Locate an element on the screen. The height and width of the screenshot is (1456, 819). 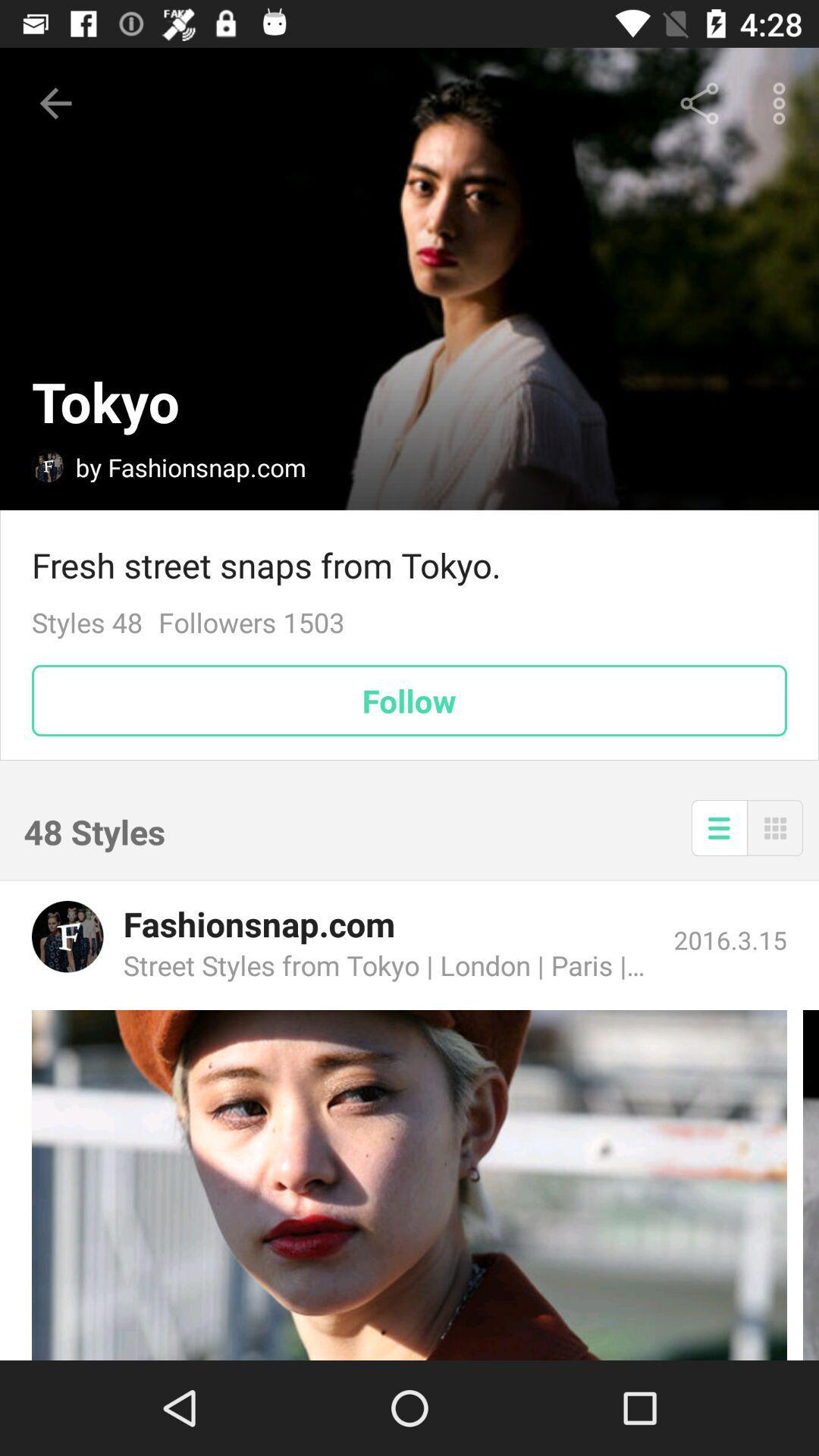
change view to grid is located at coordinates (775, 827).